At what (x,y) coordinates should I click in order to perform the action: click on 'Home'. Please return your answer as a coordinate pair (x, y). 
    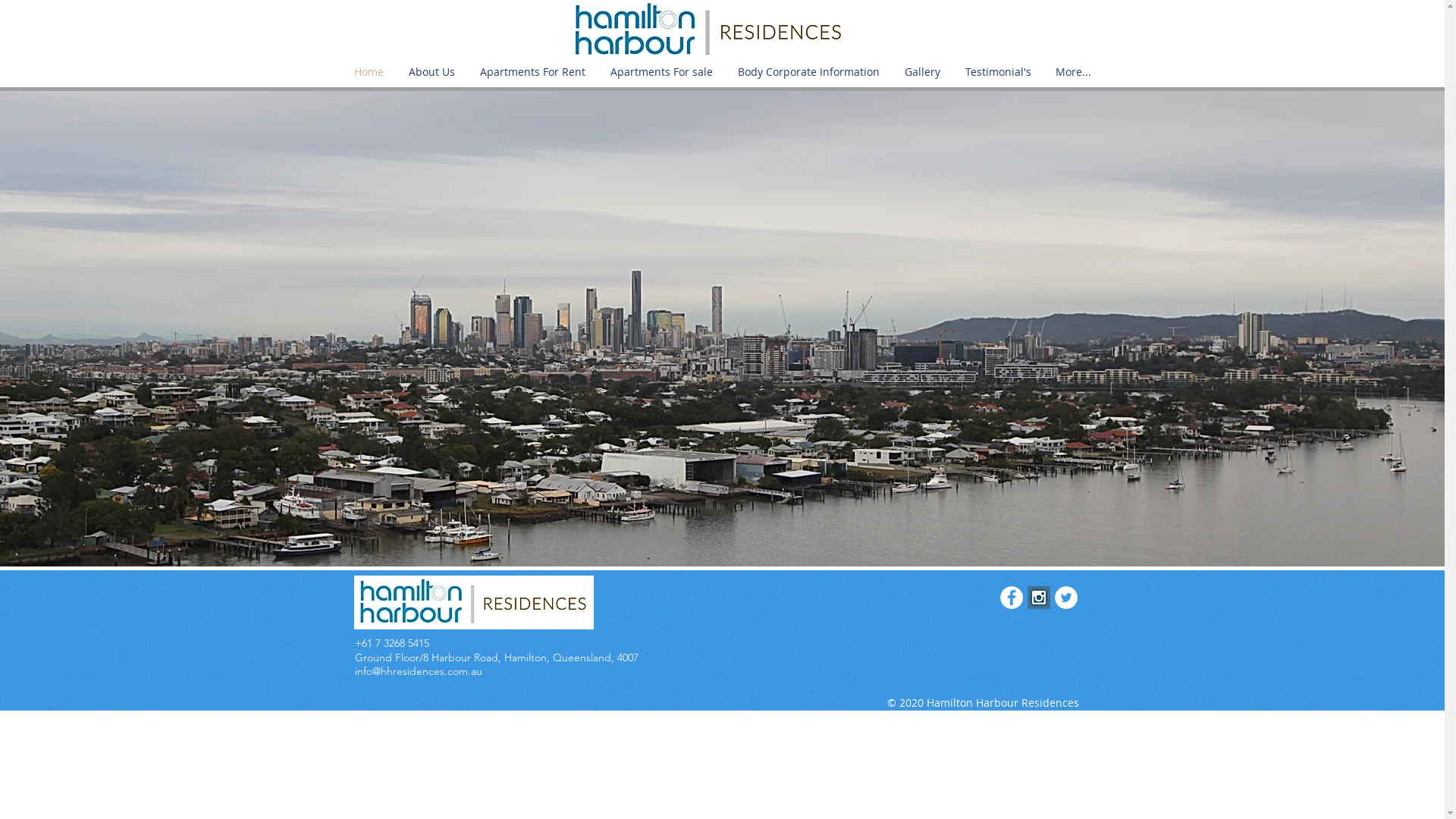
    Looking at the image, I should click on (340, 72).